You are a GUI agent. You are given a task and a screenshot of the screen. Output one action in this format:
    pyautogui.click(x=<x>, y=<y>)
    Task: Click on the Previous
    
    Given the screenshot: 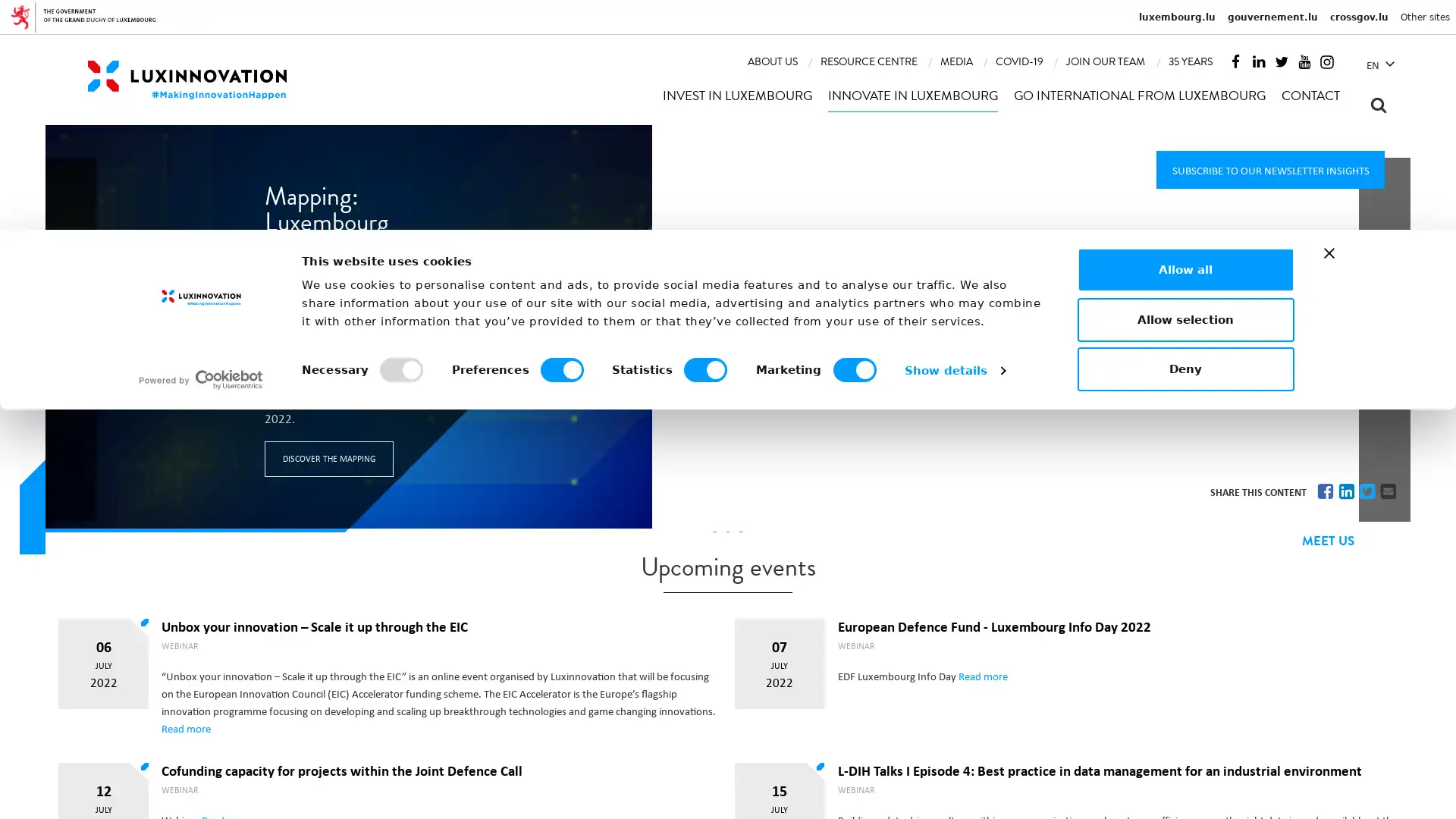 What is the action you would take?
    pyautogui.click(x=71, y=248)
    